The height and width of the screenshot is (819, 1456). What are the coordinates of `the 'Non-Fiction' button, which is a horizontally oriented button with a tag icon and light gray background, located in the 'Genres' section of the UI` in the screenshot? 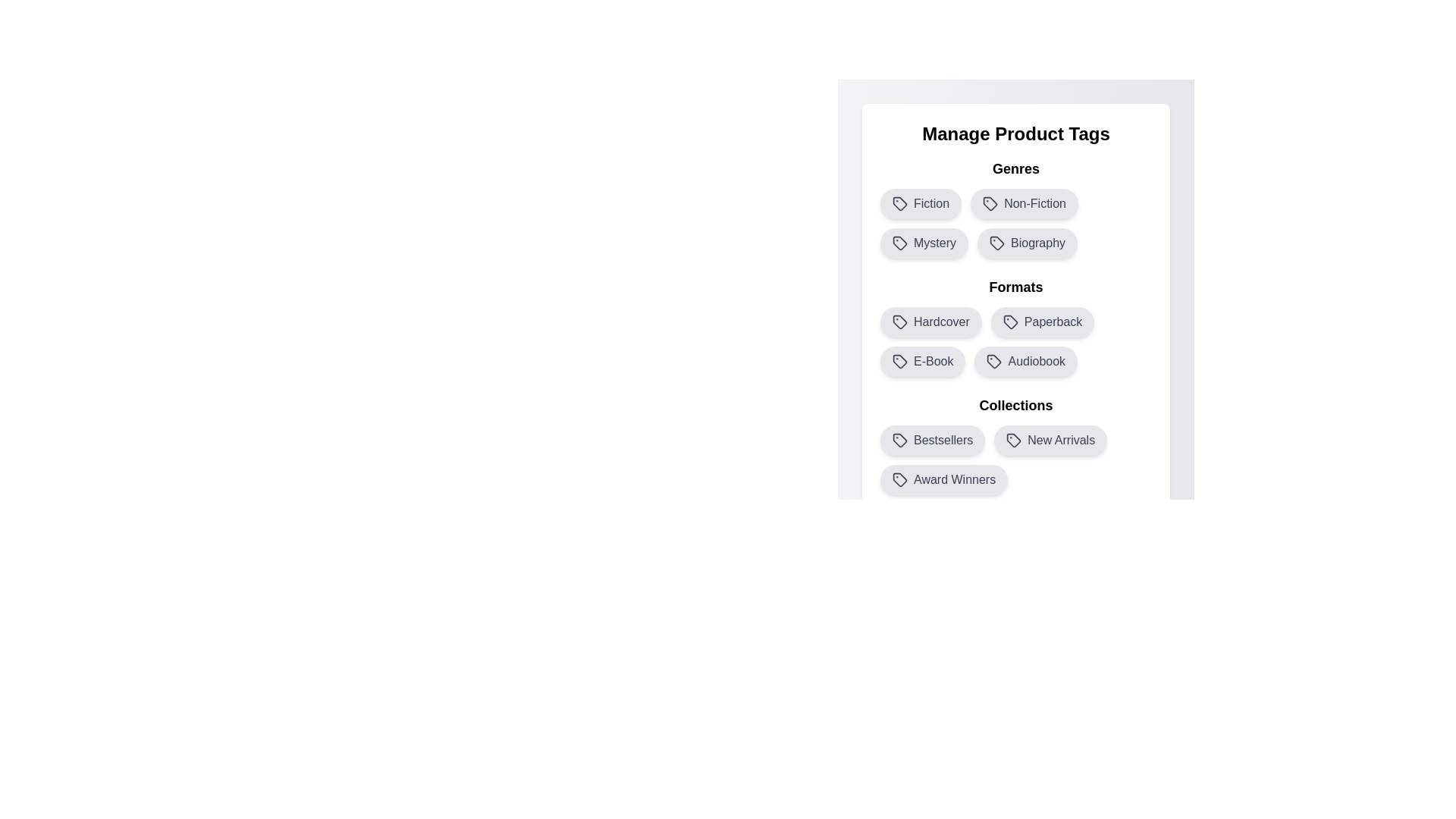 It's located at (1025, 203).